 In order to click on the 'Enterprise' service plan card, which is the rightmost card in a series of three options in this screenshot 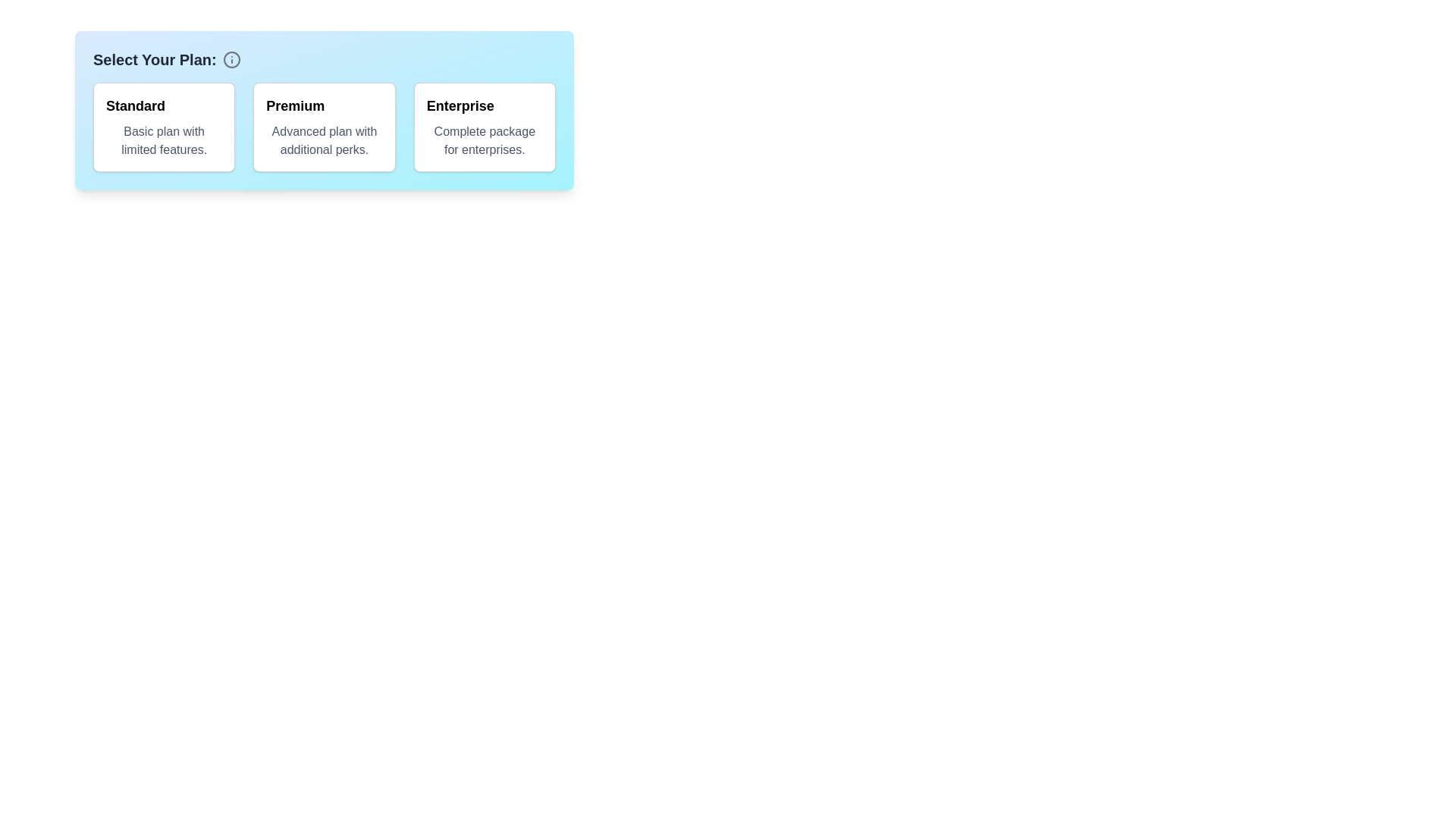, I will do `click(483, 127)`.